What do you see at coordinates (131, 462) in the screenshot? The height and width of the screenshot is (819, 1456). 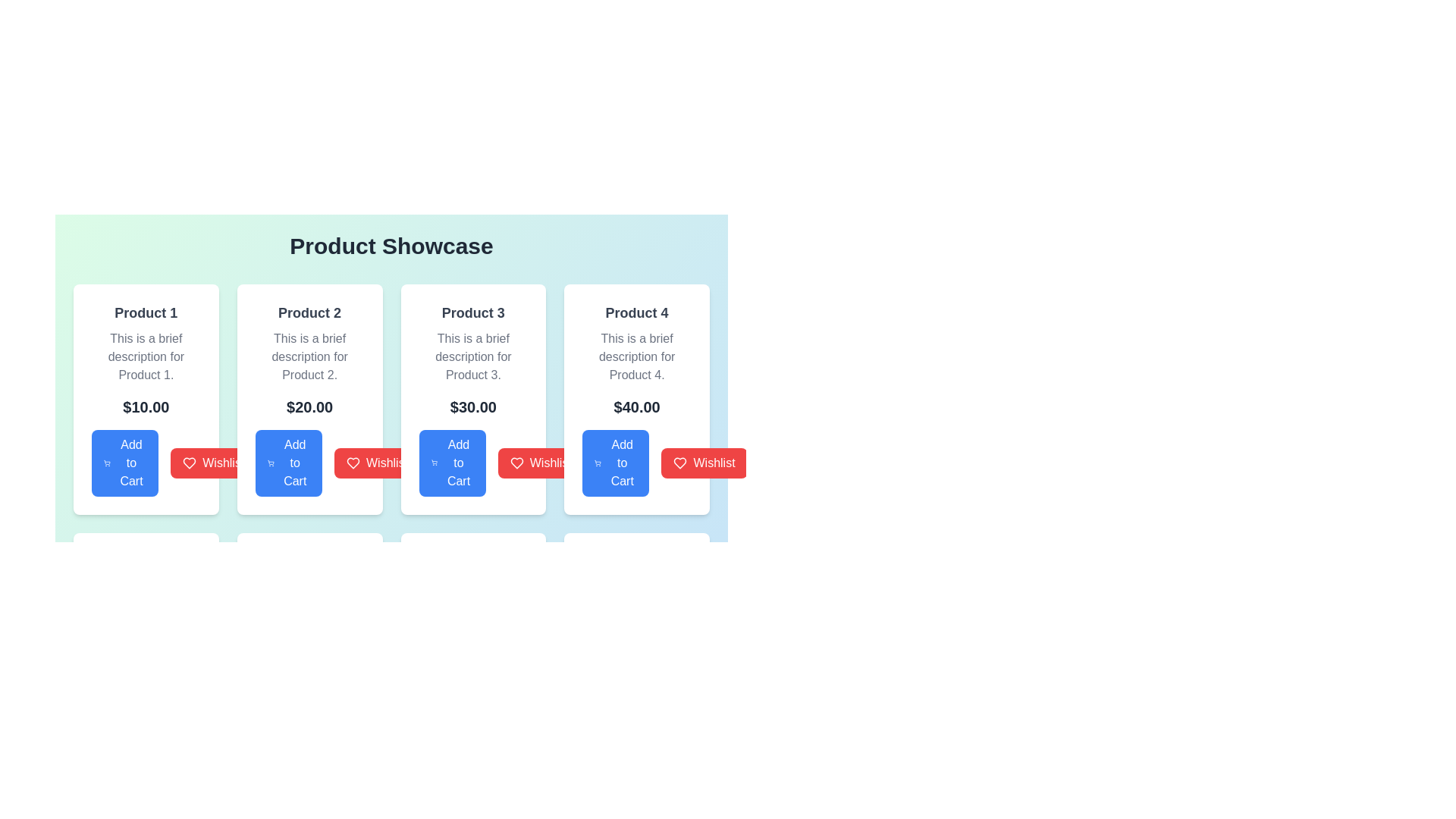 I see `the text label within the 'Add to Cart' button for 'Product 1'` at bounding box center [131, 462].